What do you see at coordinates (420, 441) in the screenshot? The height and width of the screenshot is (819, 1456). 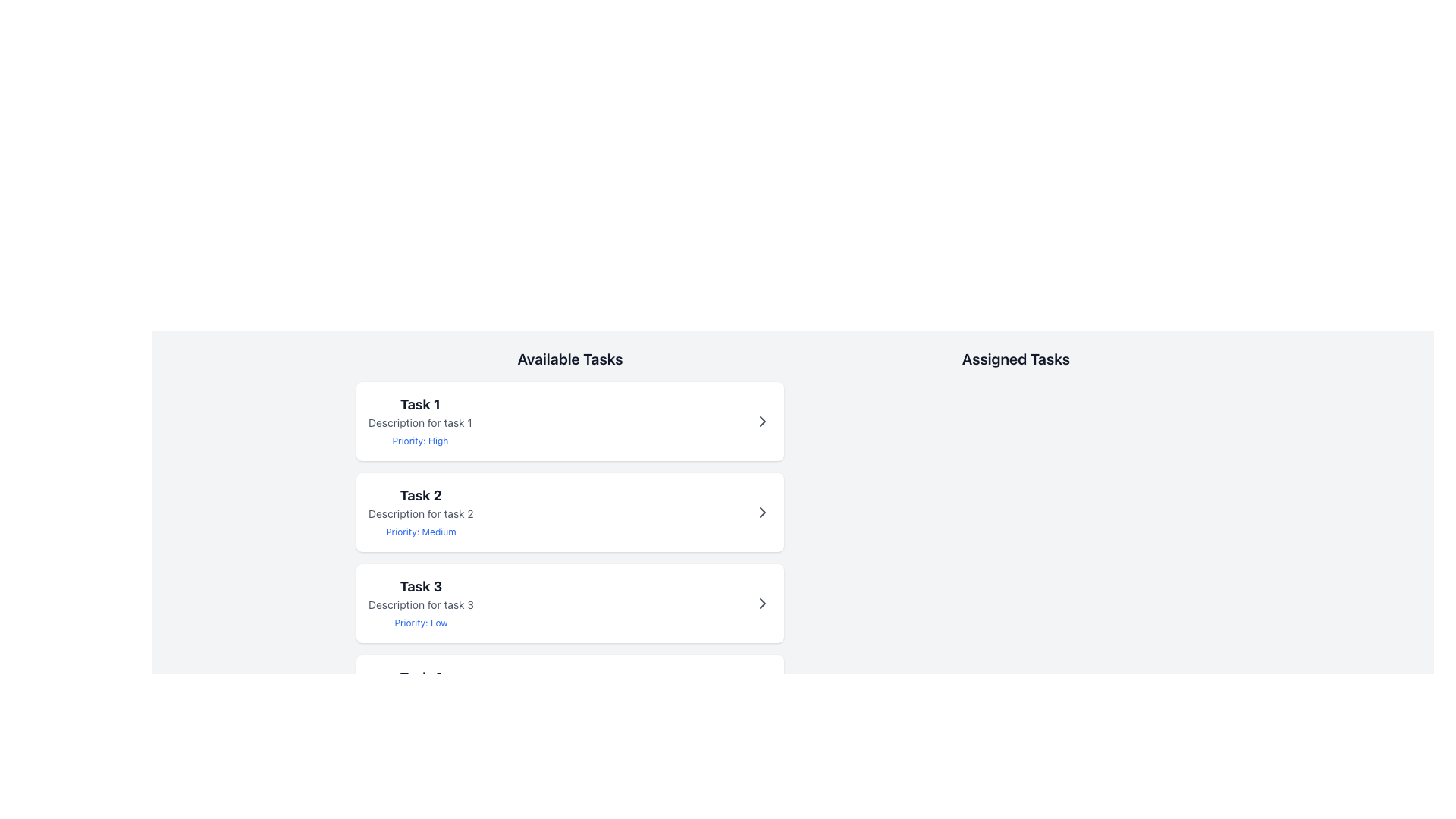 I see `label text that indicates the priority level of the associated task, located in the first card of the 'Available Tasks' section, as the third line of text following 'Task 1'` at bounding box center [420, 441].